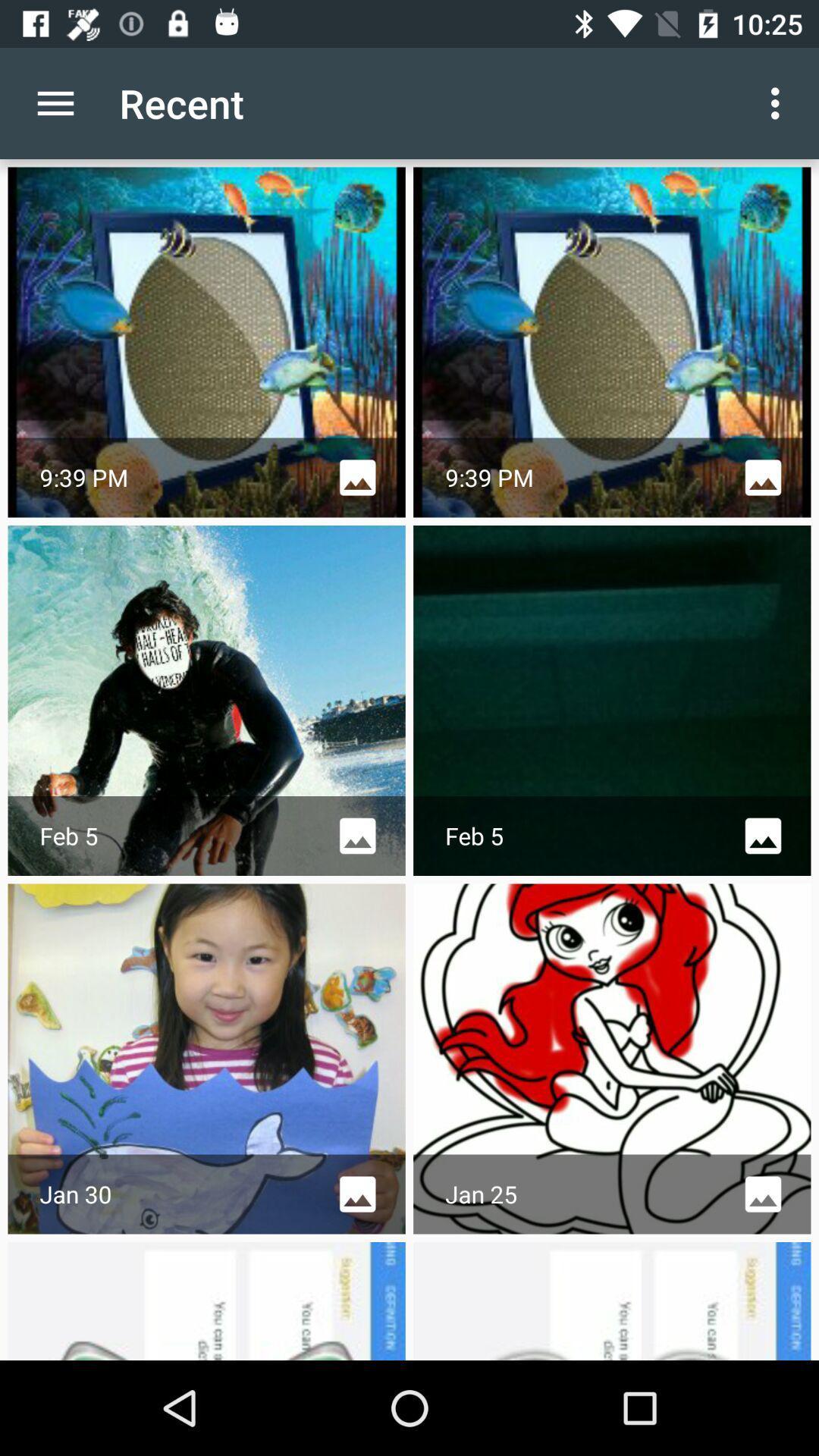 This screenshot has width=819, height=1456. What do you see at coordinates (779, 102) in the screenshot?
I see `the icon next to the recent icon` at bounding box center [779, 102].